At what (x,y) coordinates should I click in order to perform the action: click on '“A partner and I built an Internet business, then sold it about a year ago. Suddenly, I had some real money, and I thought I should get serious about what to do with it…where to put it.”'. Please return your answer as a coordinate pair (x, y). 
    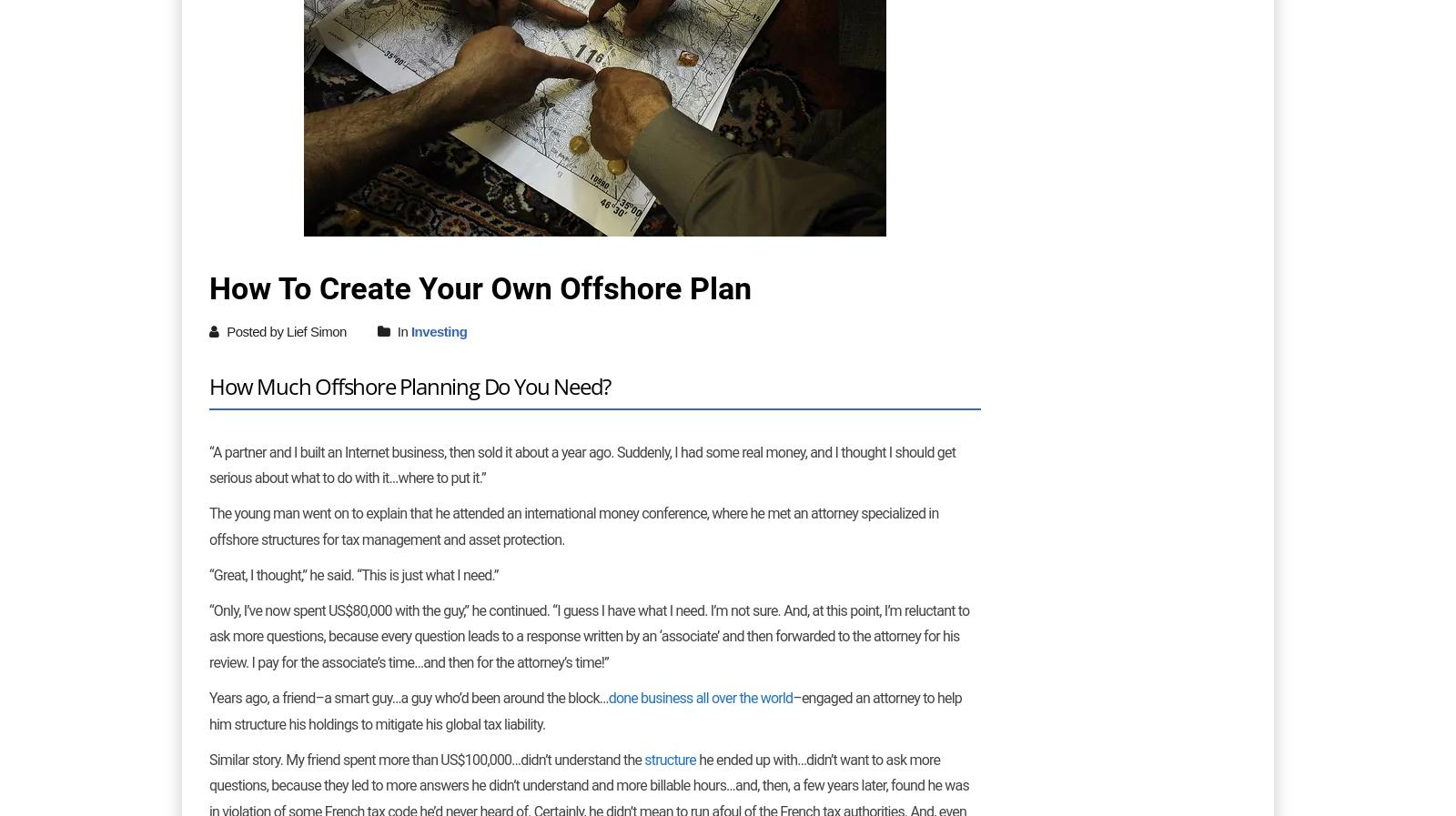
    Looking at the image, I should click on (582, 465).